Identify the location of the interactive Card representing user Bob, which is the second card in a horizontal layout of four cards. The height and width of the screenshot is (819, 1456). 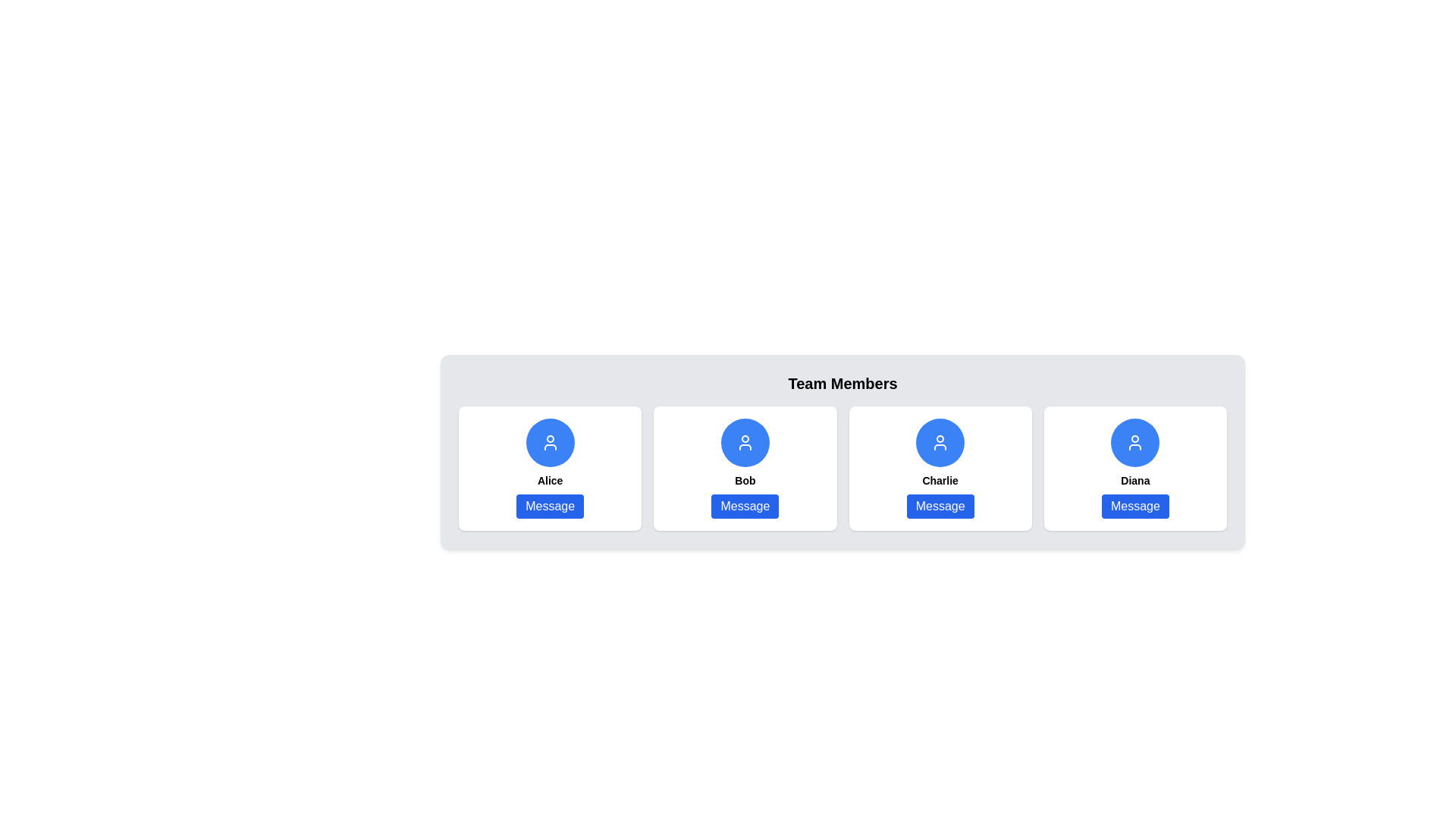
(745, 467).